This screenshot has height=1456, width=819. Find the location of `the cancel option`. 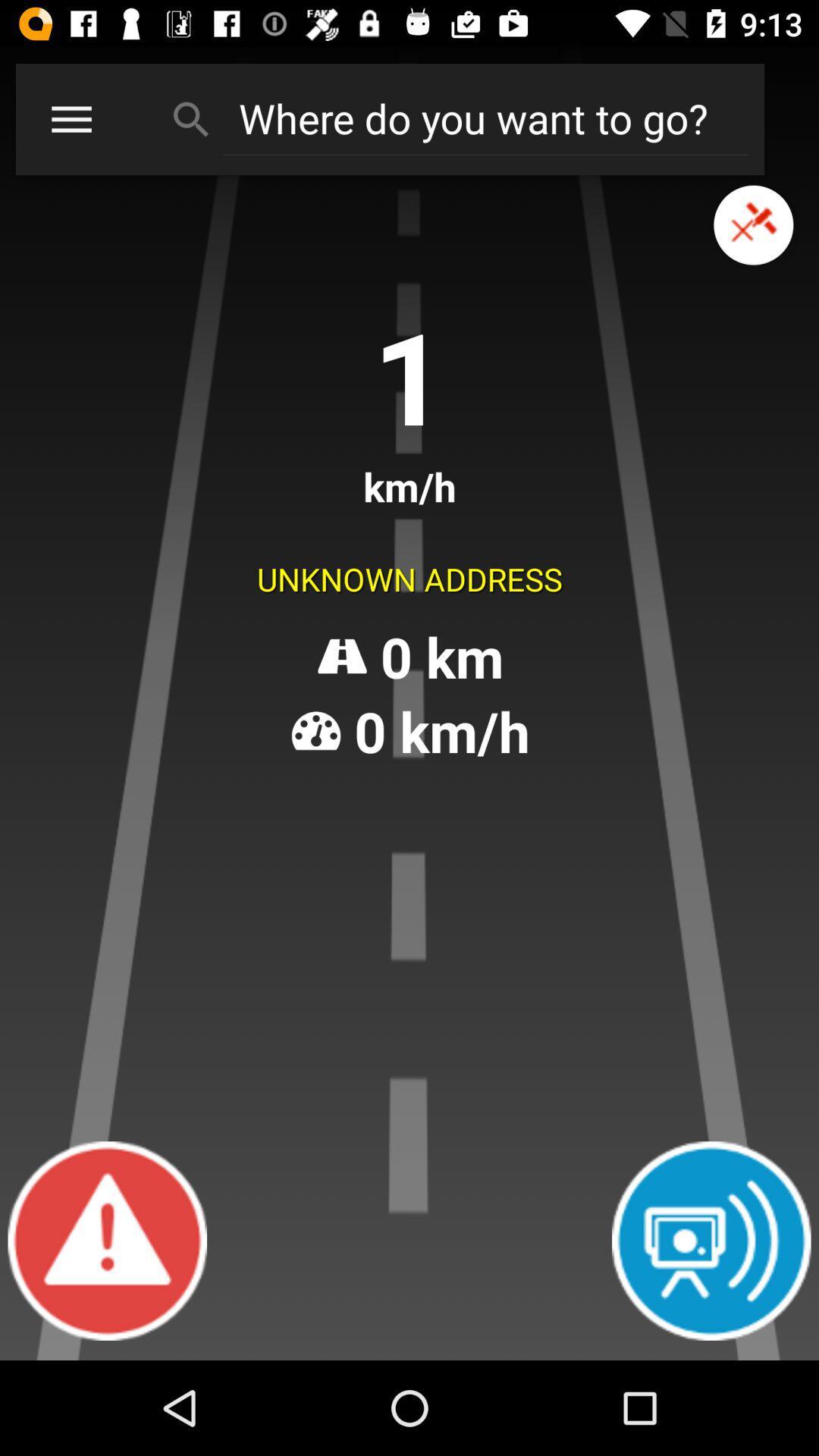

the cancel option is located at coordinates (753, 224).